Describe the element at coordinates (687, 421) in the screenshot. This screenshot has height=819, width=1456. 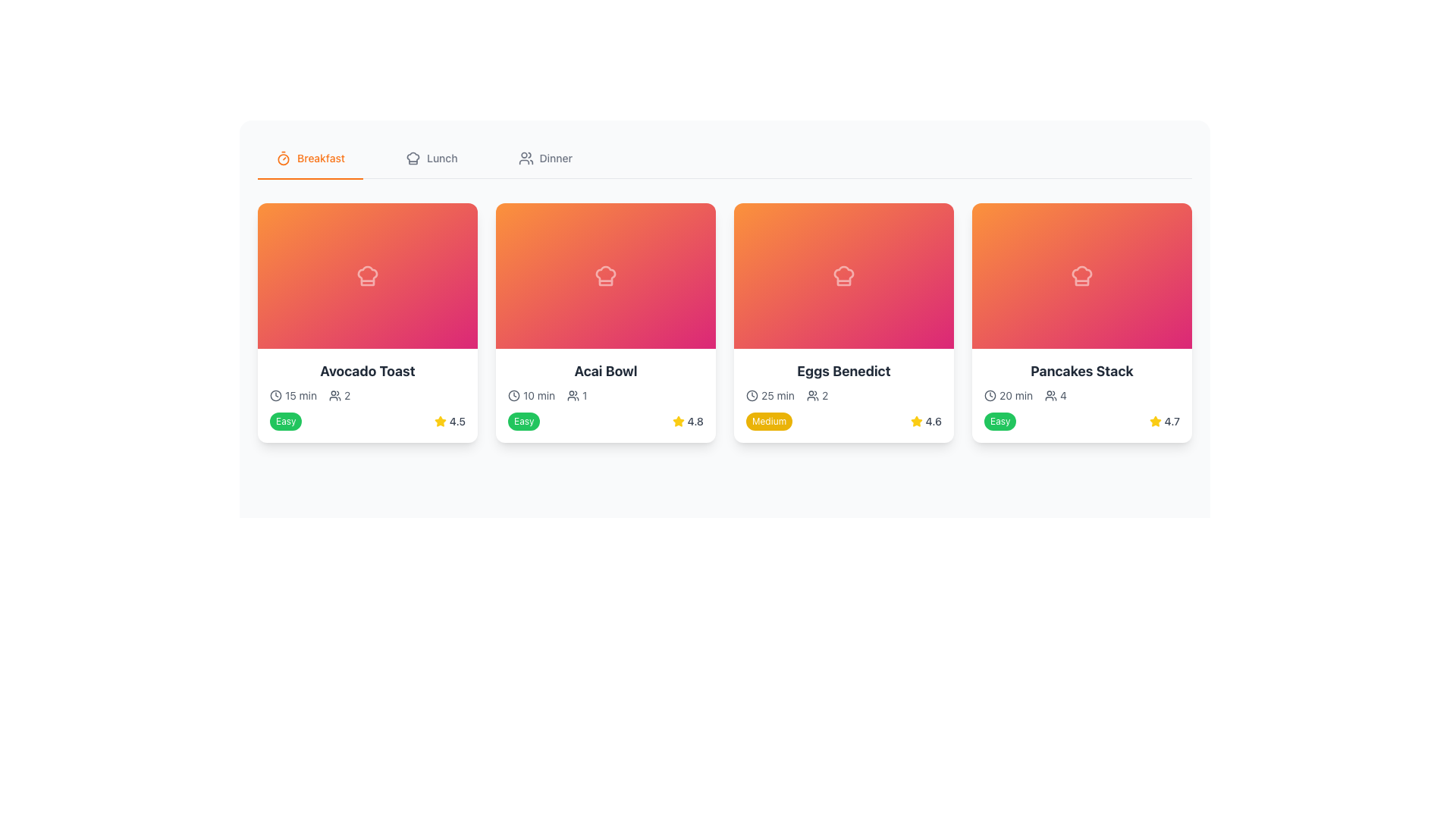
I see `the non-interactive Rating Indicator for the 'Acai Bowl', located in the bottom-right corner of the card` at that location.